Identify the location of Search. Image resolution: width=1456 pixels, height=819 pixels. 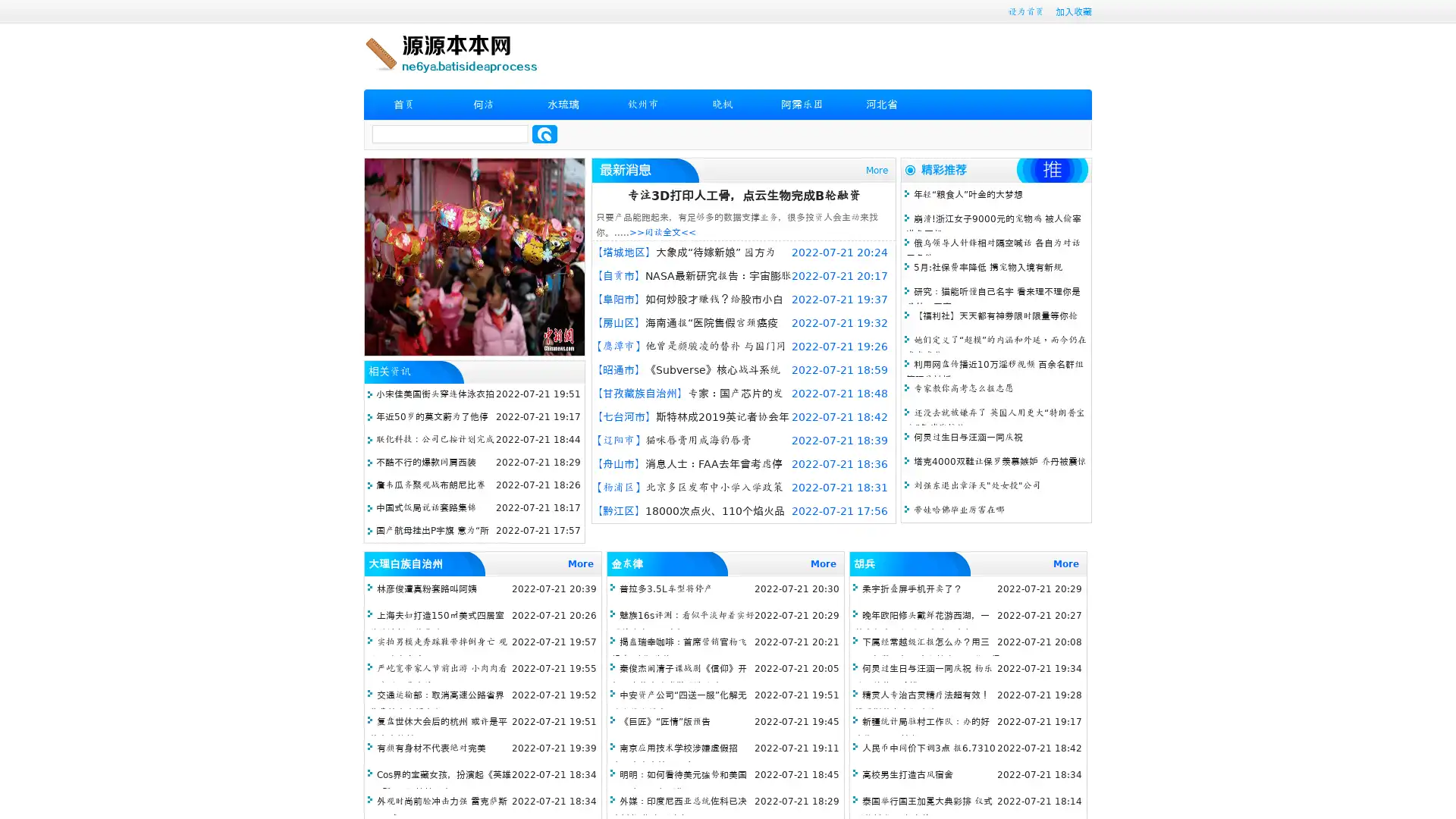
(544, 133).